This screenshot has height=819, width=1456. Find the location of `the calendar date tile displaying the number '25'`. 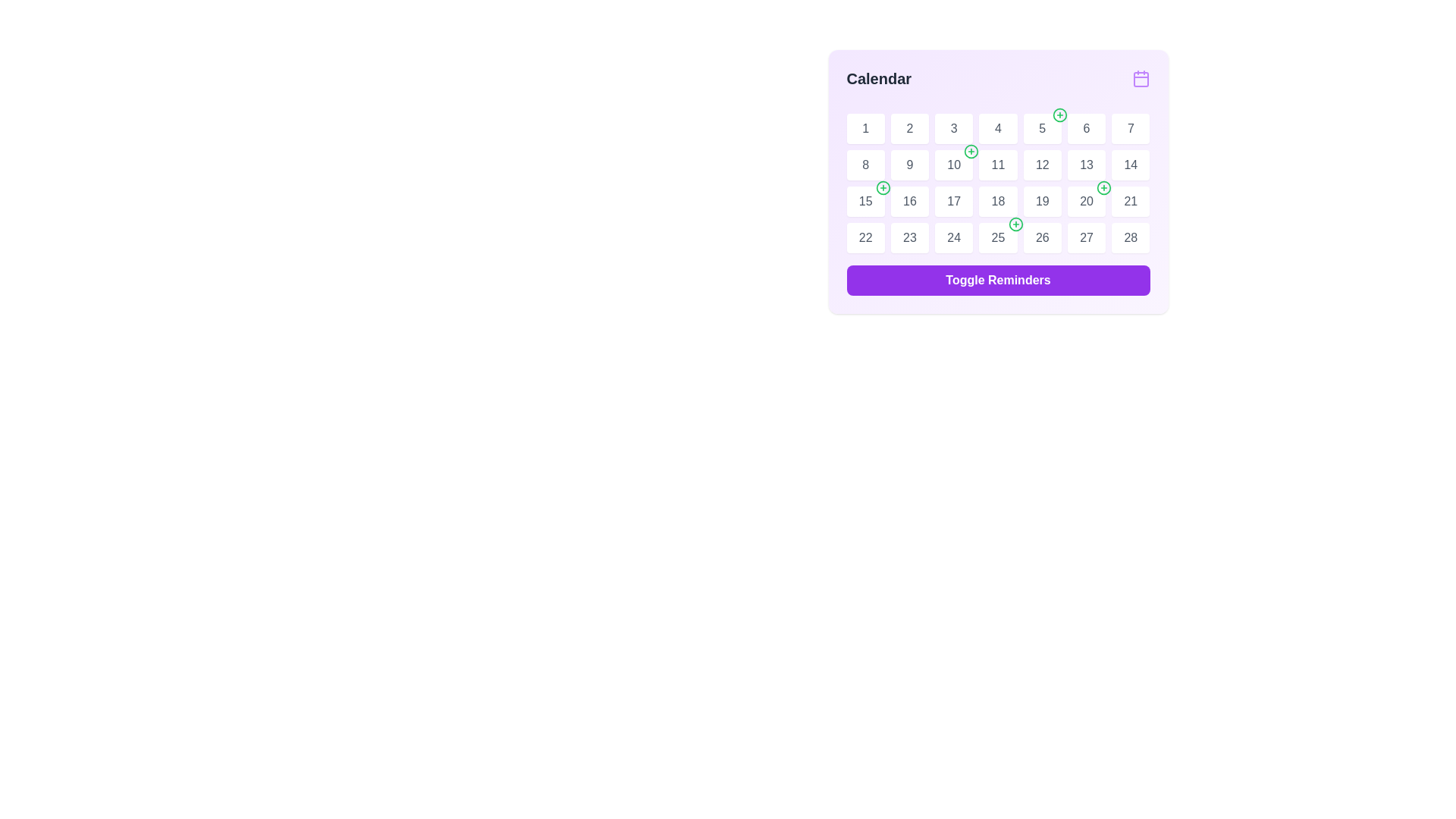

the calendar date tile displaying the number '25' is located at coordinates (998, 237).